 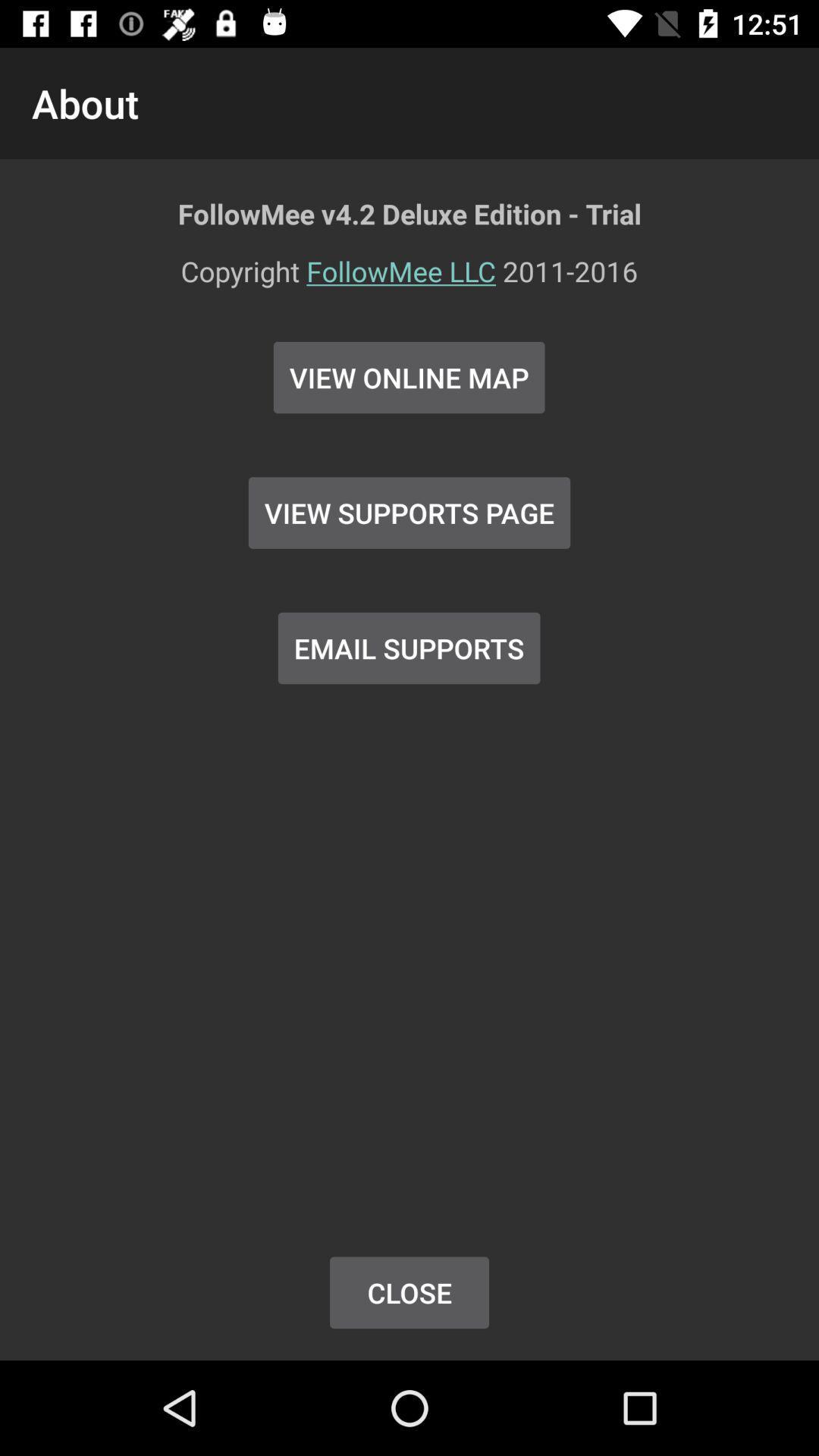 What do you see at coordinates (408, 648) in the screenshot?
I see `the email supports item` at bounding box center [408, 648].